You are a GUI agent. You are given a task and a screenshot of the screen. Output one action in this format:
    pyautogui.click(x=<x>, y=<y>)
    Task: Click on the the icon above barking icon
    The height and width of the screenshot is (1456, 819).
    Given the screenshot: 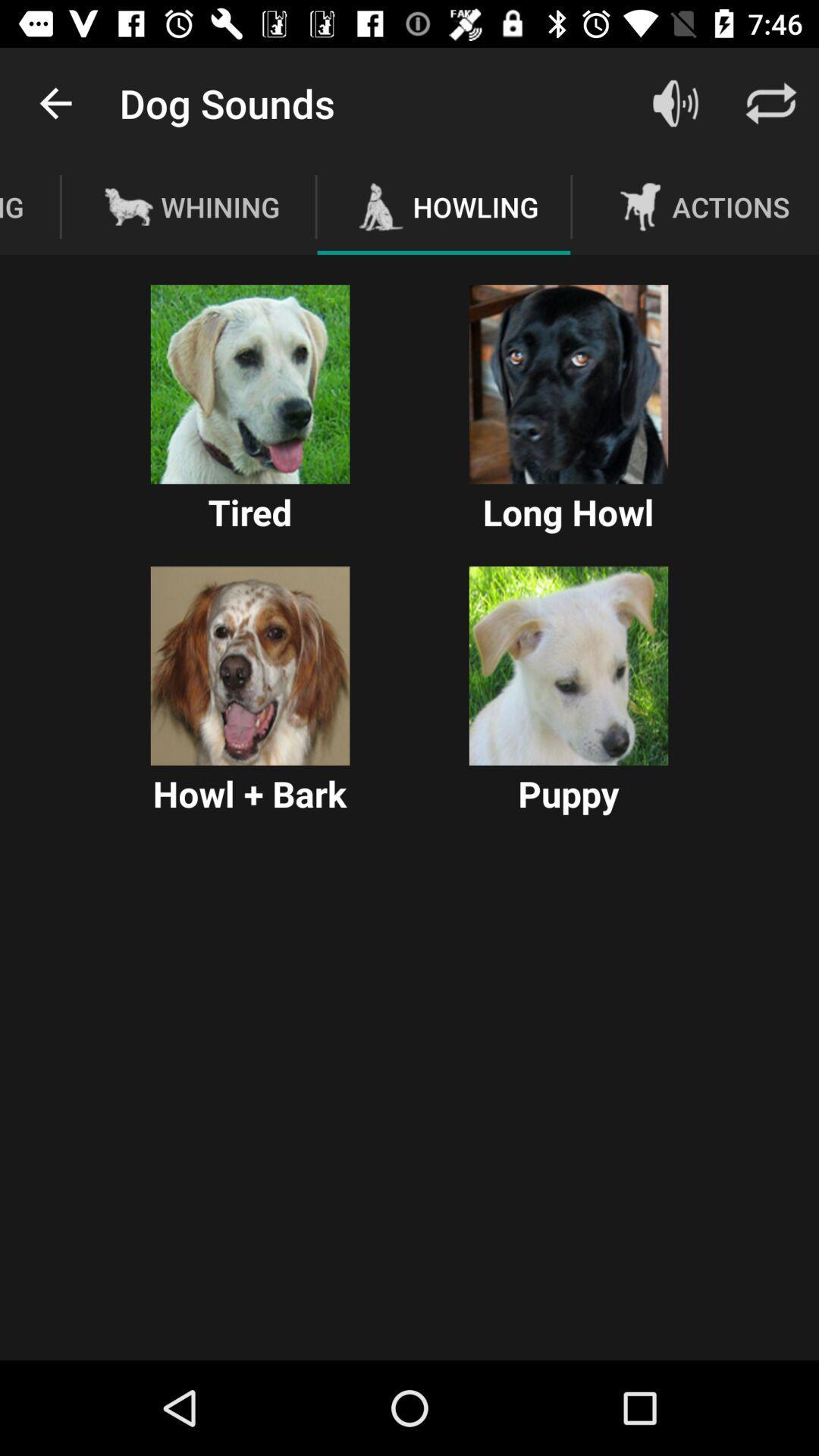 What is the action you would take?
    pyautogui.click(x=55, y=102)
    